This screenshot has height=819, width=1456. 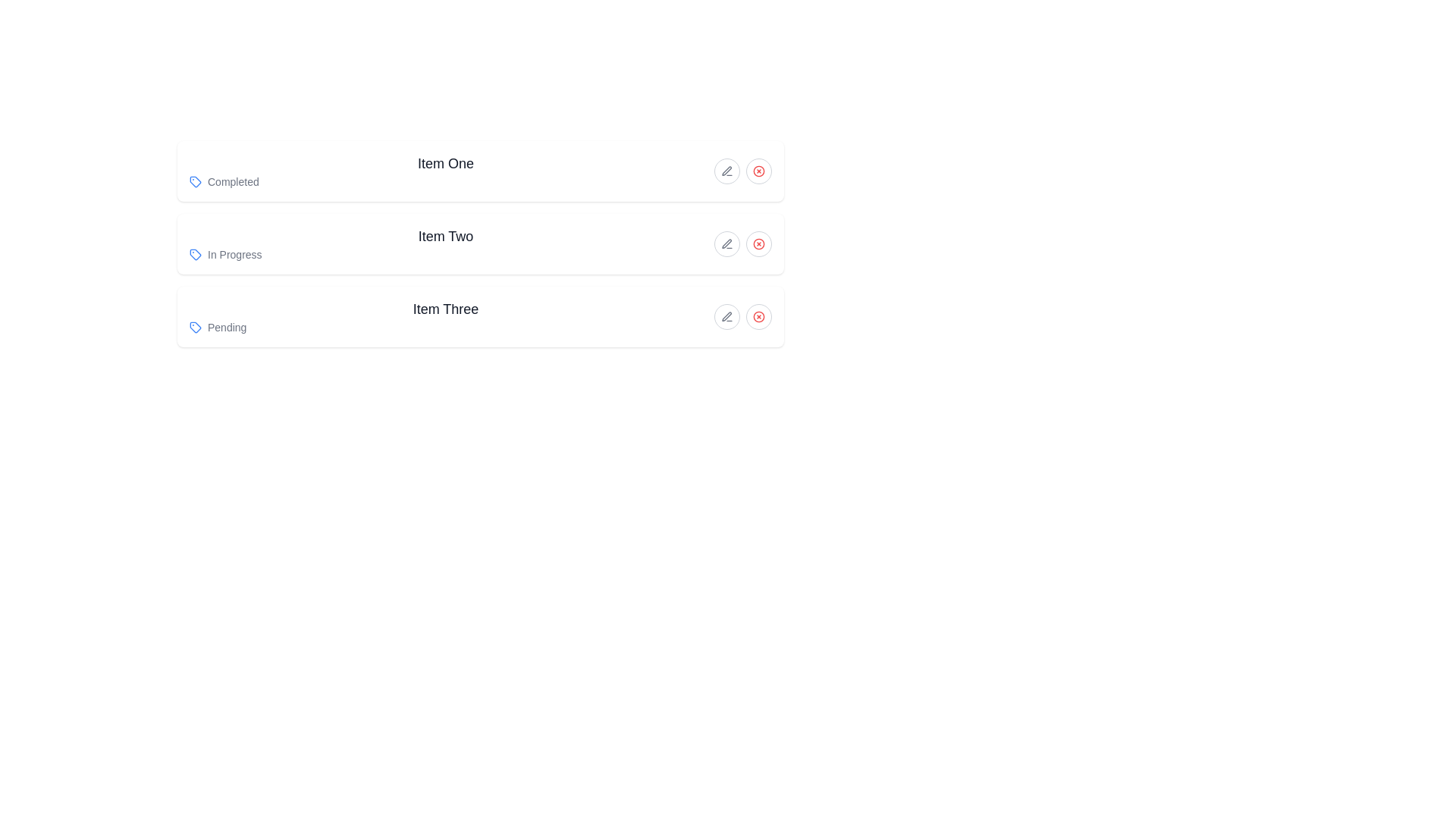 What do you see at coordinates (195, 180) in the screenshot?
I see `the blue tag-style icon located to the left of the text 'Completed' in the top row of the list interface` at bounding box center [195, 180].